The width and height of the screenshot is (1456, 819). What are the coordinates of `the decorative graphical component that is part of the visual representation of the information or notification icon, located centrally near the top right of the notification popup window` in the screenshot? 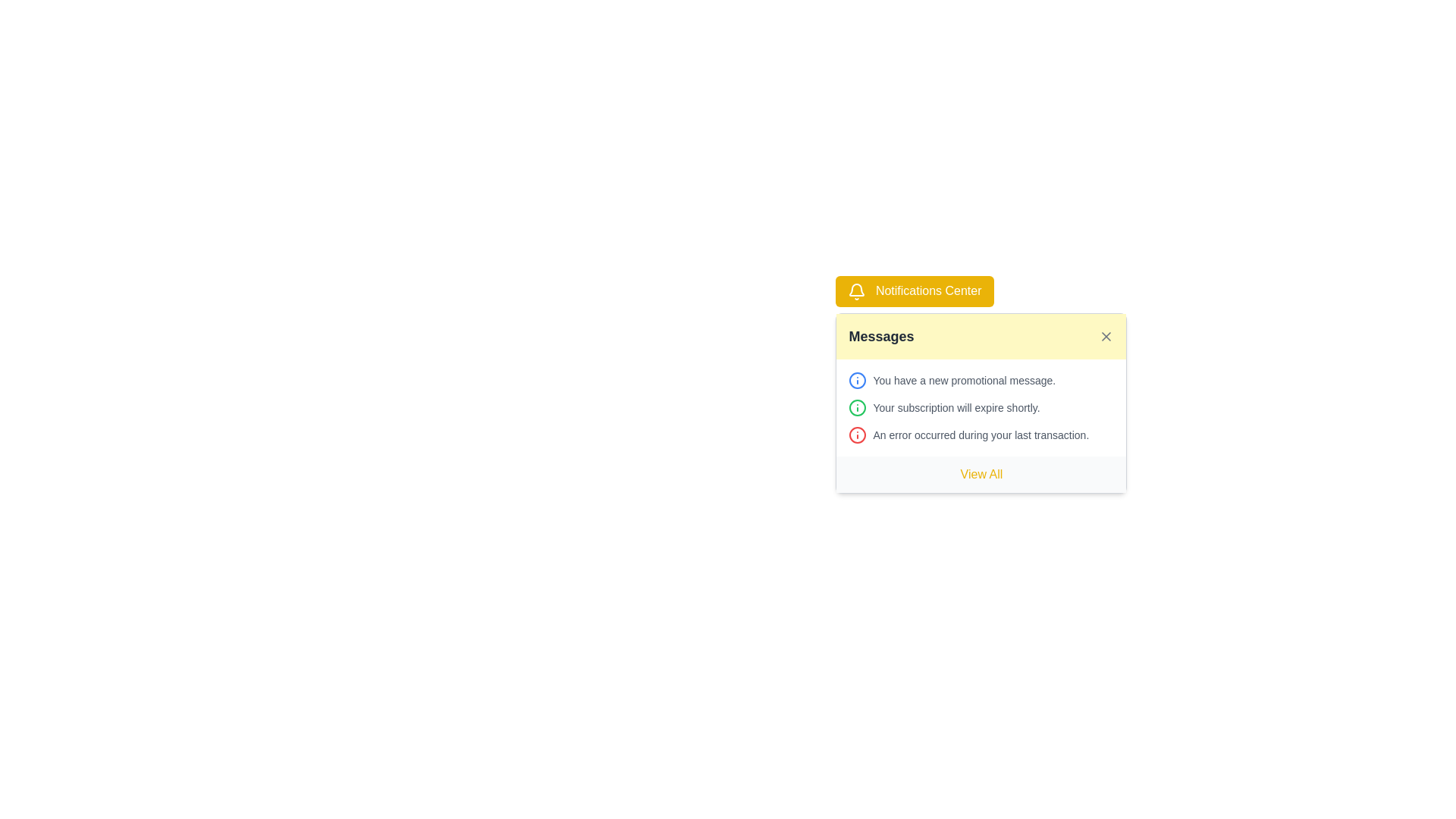 It's located at (858, 379).